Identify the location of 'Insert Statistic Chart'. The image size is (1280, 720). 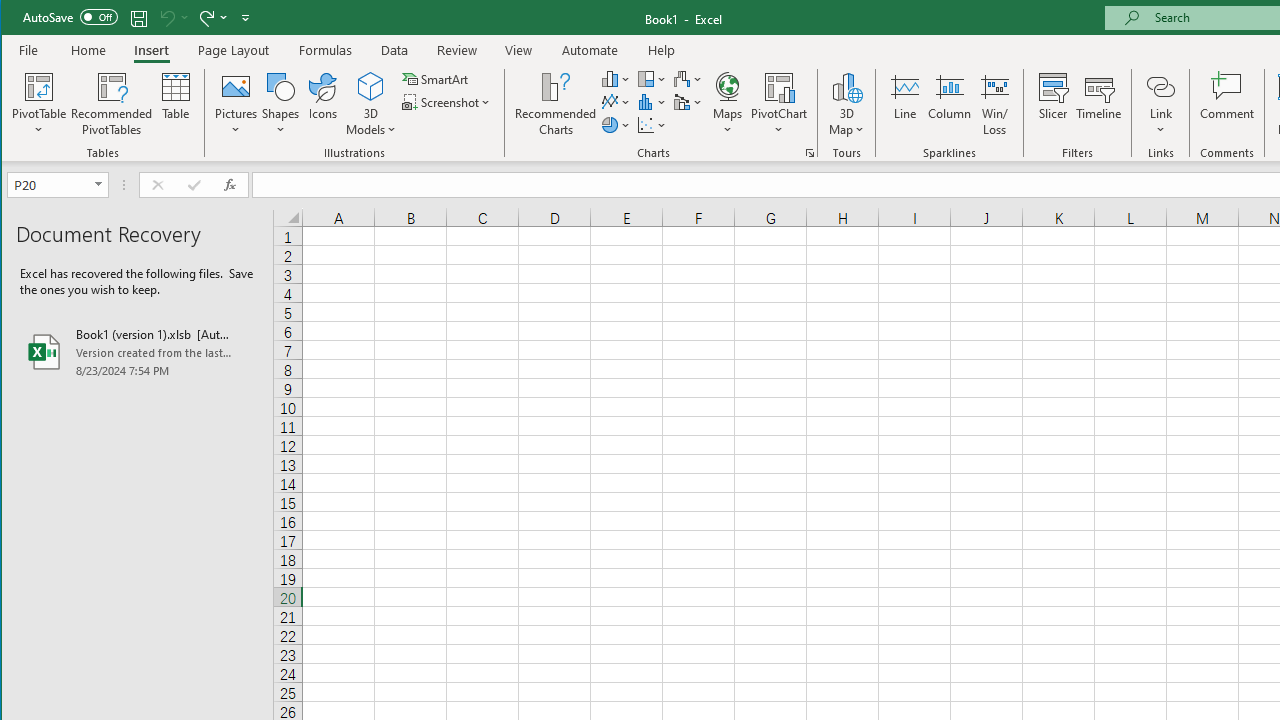
(652, 102).